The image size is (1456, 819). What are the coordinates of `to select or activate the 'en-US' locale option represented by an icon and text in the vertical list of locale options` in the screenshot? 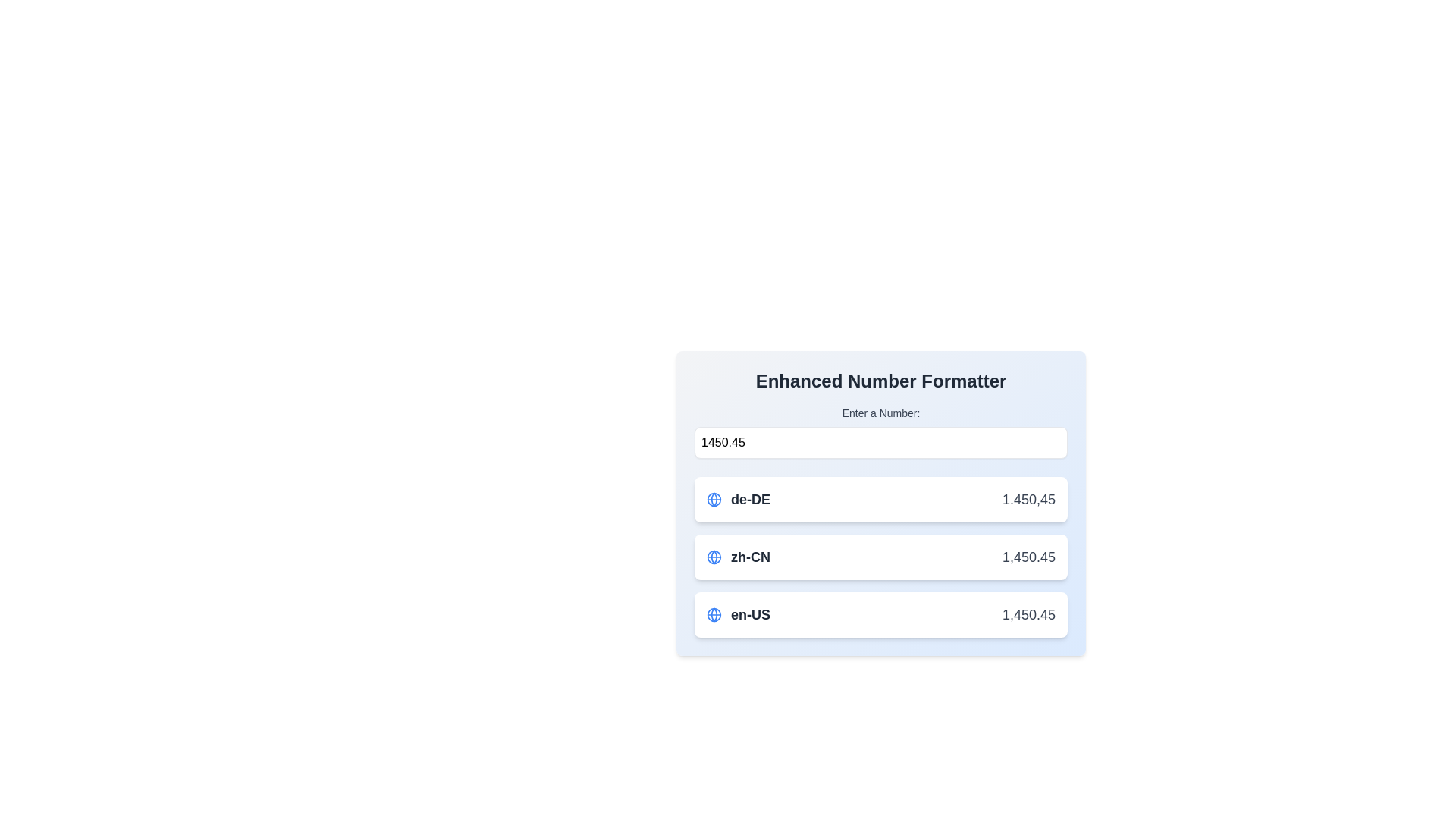 It's located at (739, 614).